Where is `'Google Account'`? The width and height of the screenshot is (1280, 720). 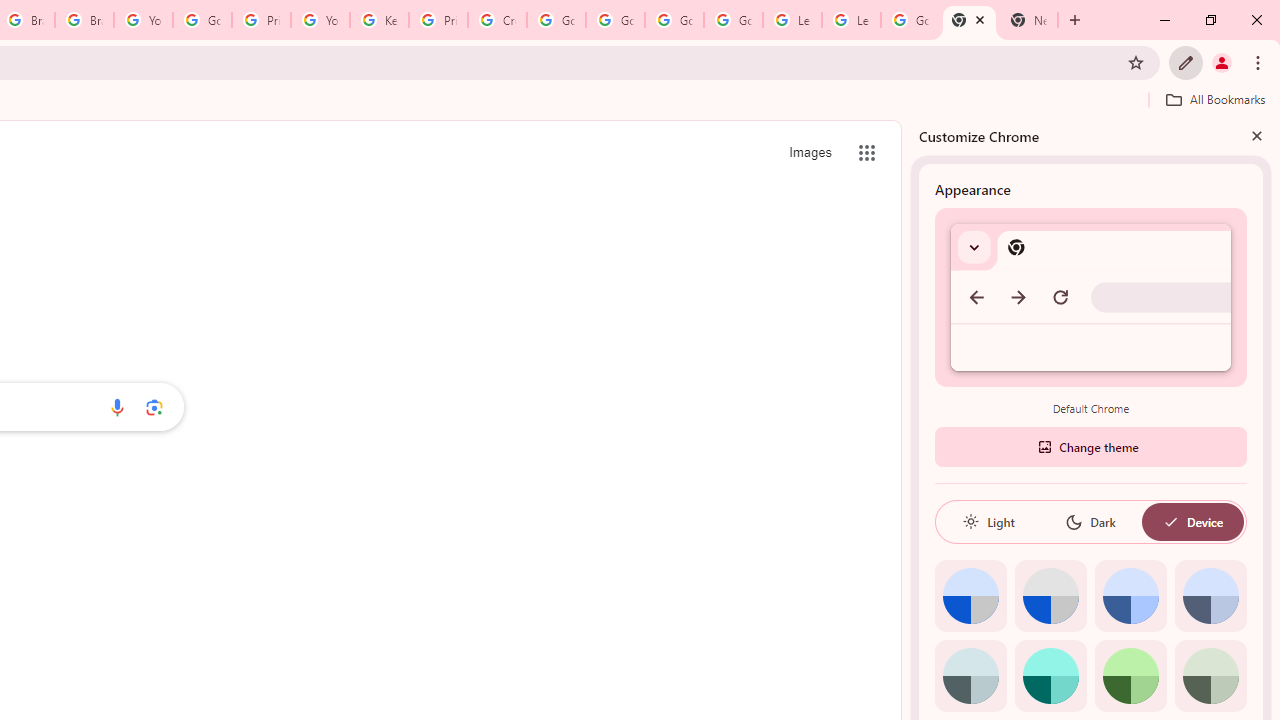 'Google Account' is located at coordinates (909, 20).